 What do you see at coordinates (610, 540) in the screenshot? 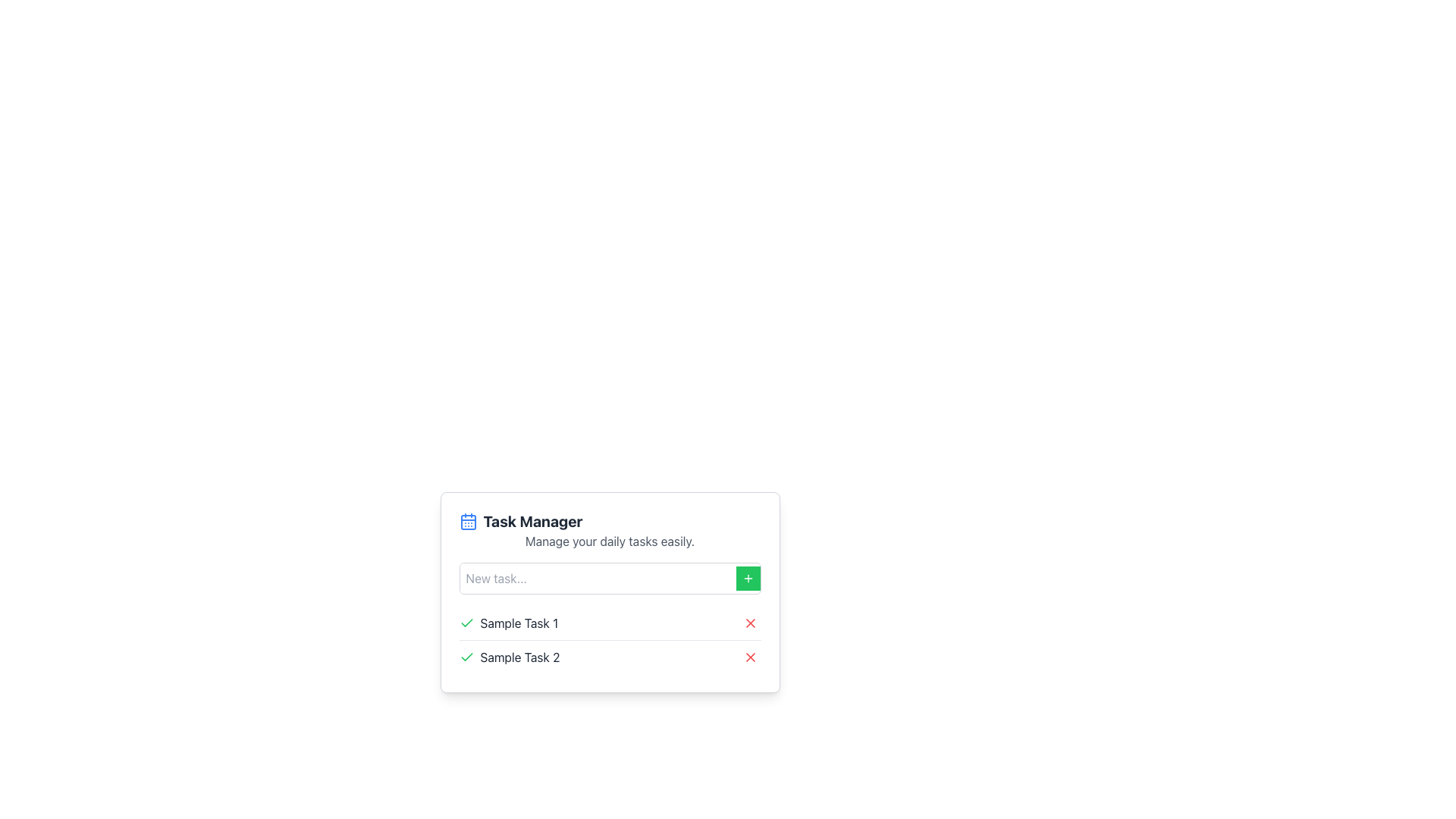
I see `the text element displaying 'Manage your daily tasks easily.' which is located beneath the title 'Task Manager'` at bounding box center [610, 540].